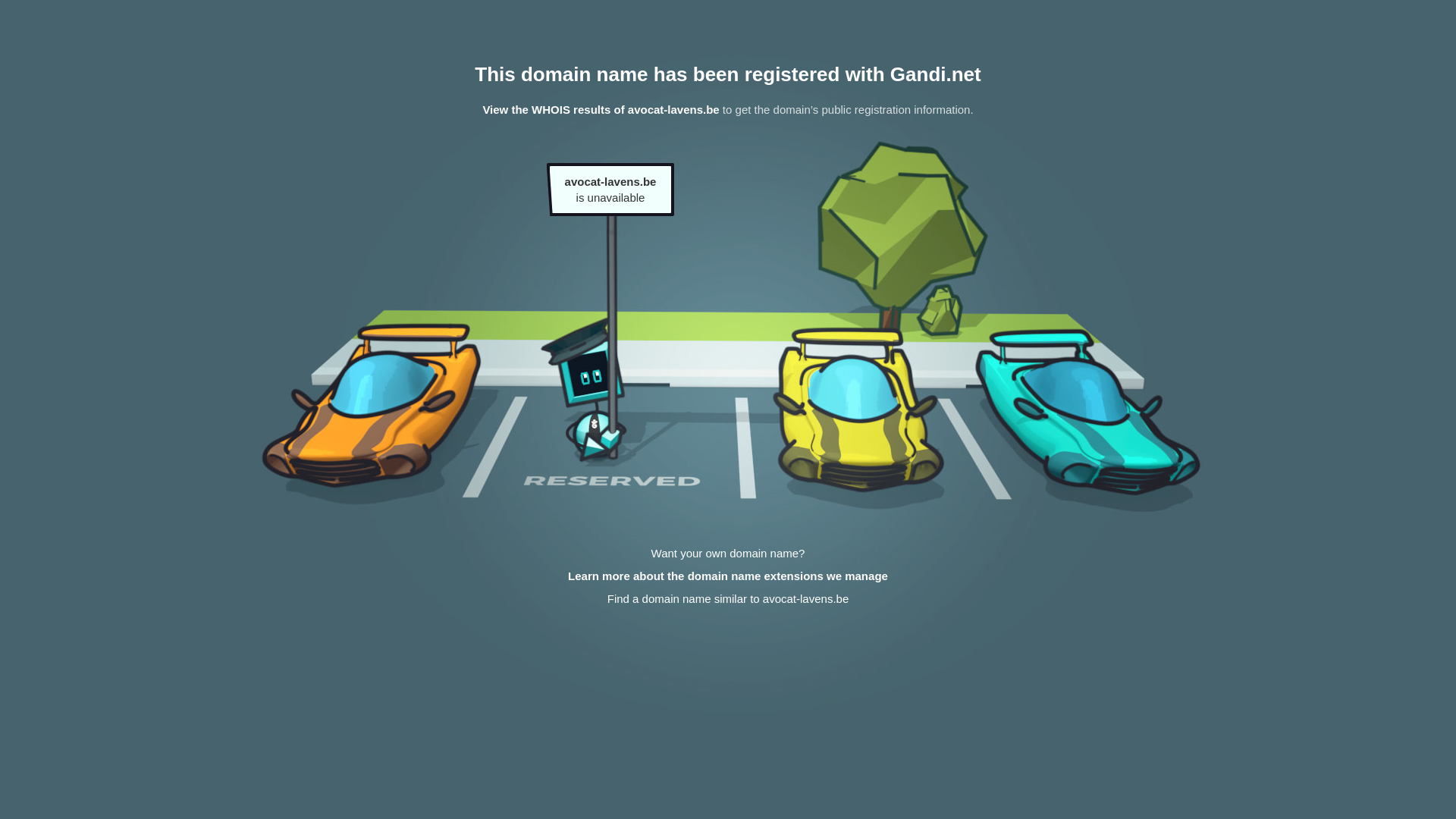  I want to click on 'Find a domain name similar to avocat-lavens.be', so click(728, 598).